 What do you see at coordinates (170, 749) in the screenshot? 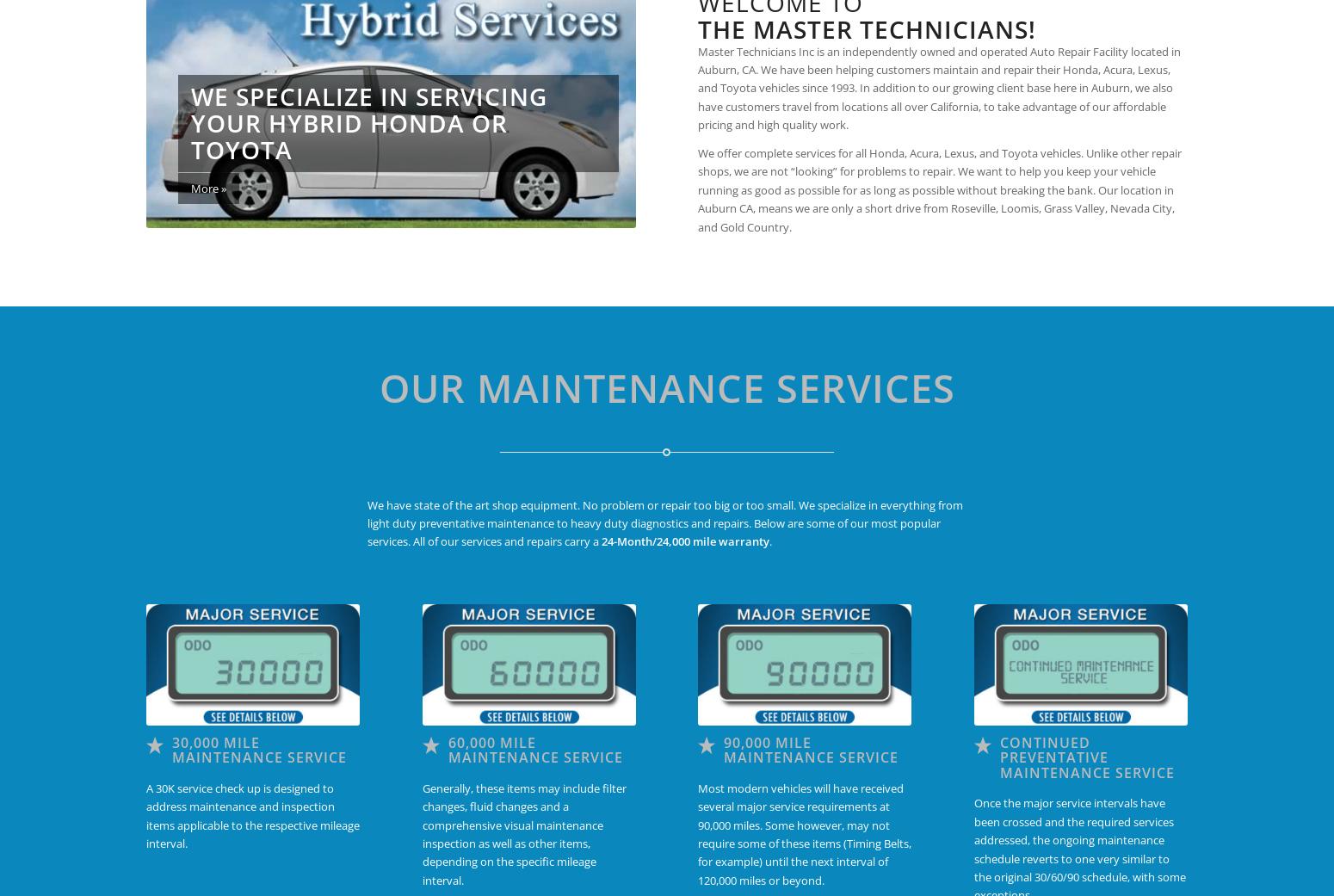
I see `'30,000 Mile Maintenance Service'` at bounding box center [170, 749].